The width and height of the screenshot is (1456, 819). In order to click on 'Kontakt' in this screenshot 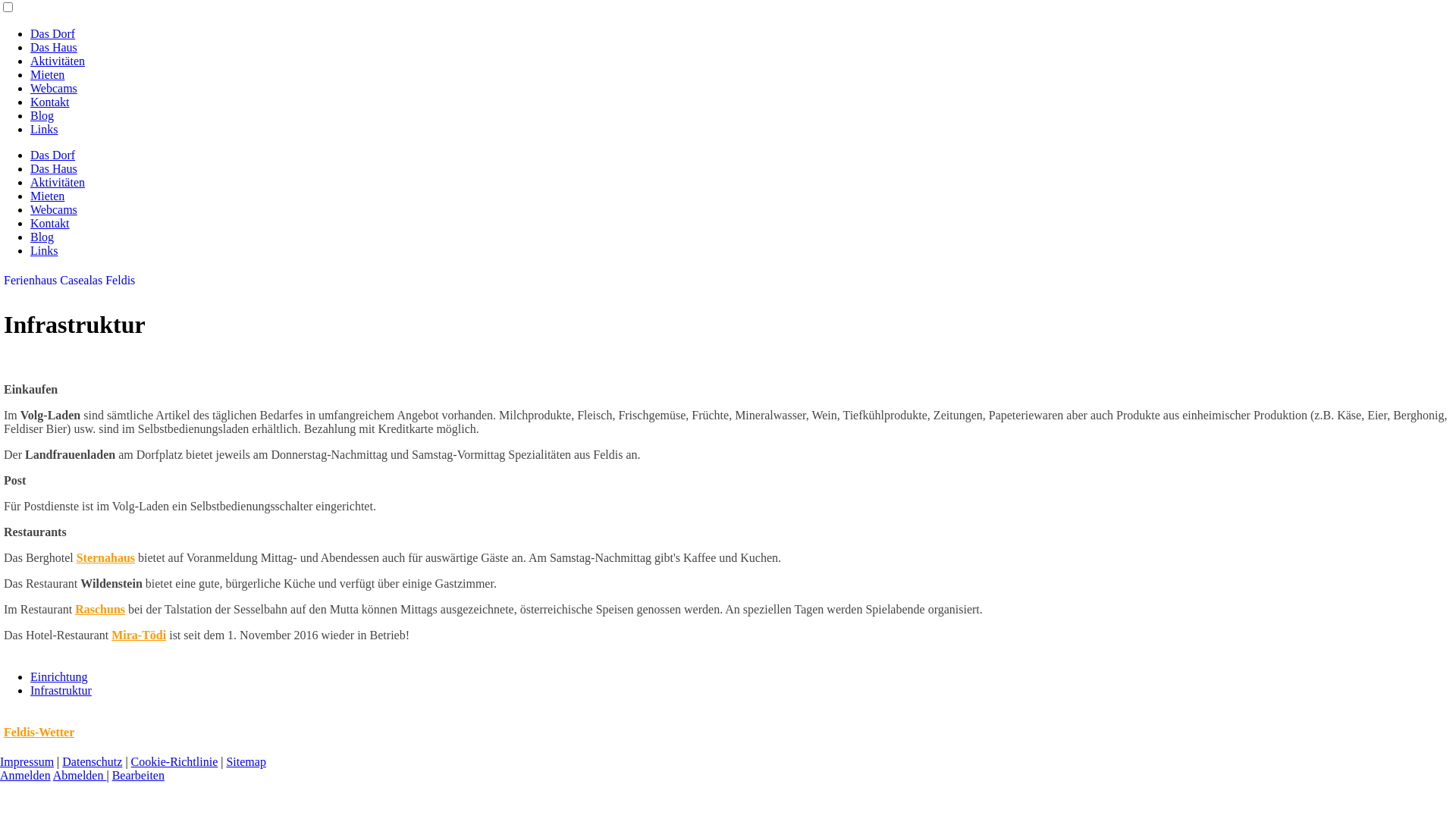, I will do `click(30, 223)`.